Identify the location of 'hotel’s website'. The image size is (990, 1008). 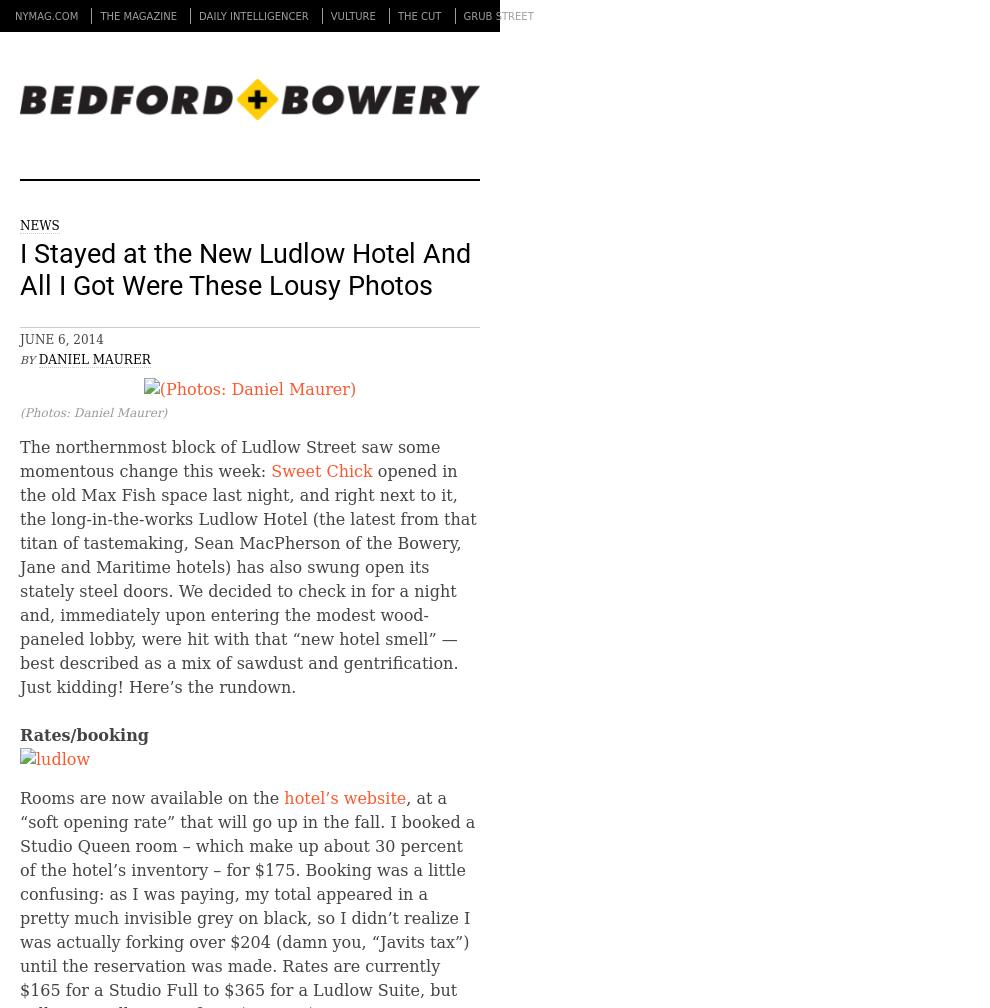
(344, 797).